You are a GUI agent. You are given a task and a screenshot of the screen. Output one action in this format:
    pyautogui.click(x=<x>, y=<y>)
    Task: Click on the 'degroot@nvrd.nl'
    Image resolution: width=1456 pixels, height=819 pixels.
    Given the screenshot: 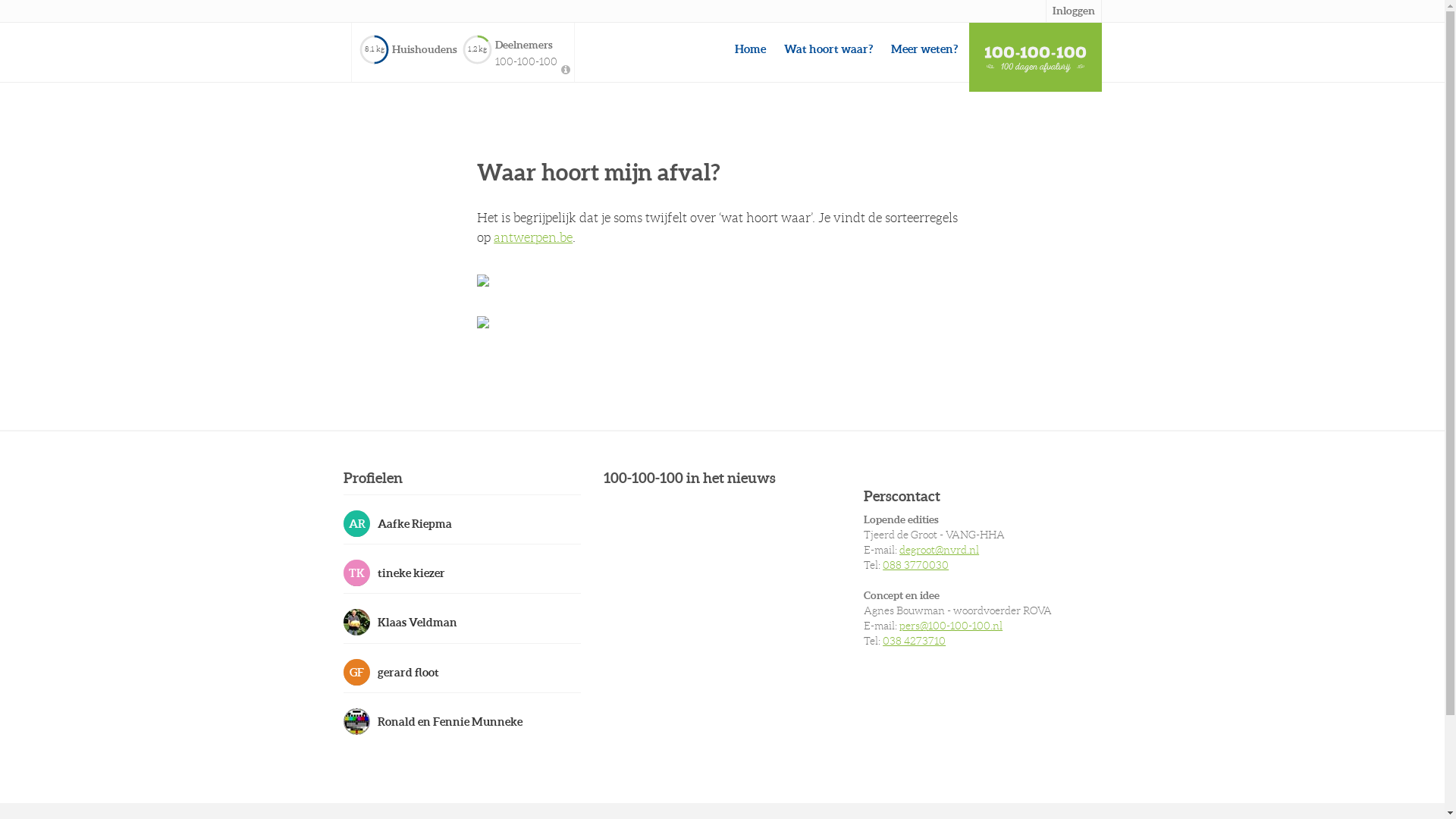 What is the action you would take?
    pyautogui.click(x=899, y=550)
    